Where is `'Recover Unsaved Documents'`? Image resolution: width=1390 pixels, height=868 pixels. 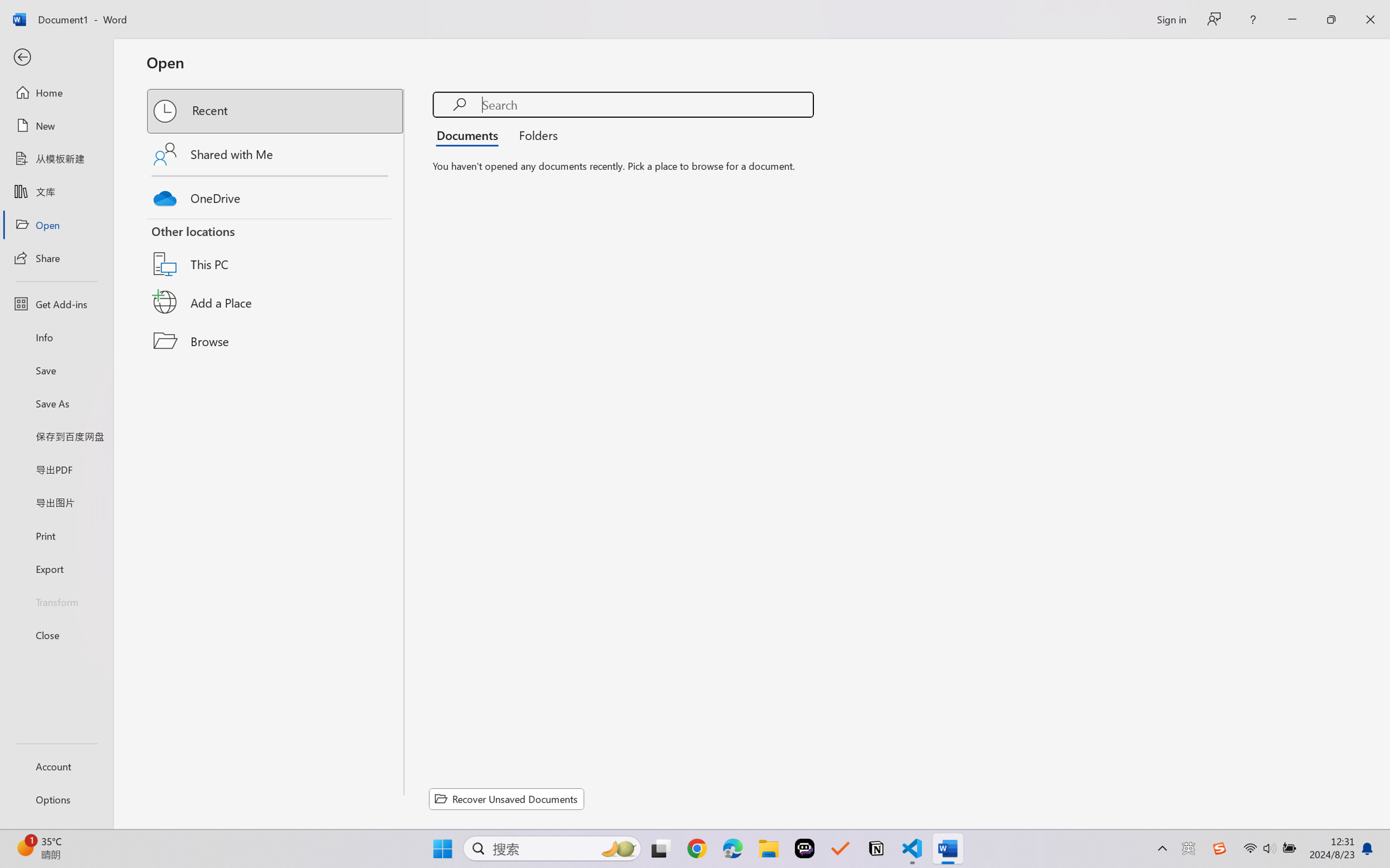 'Recover Unsaved Documents' is located at coordinates (507, 799).